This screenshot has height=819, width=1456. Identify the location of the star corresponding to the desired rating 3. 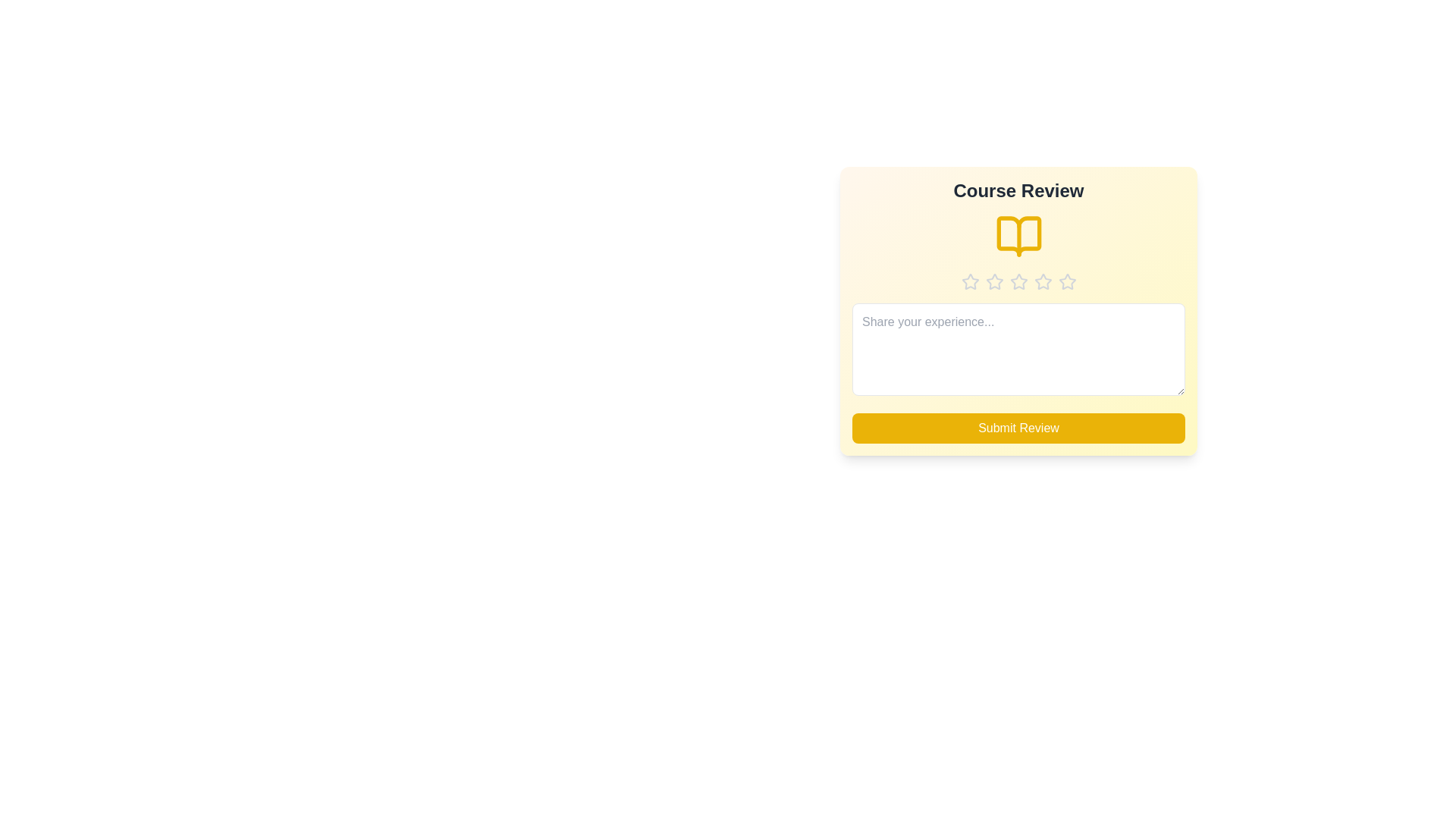
(1018, 281).